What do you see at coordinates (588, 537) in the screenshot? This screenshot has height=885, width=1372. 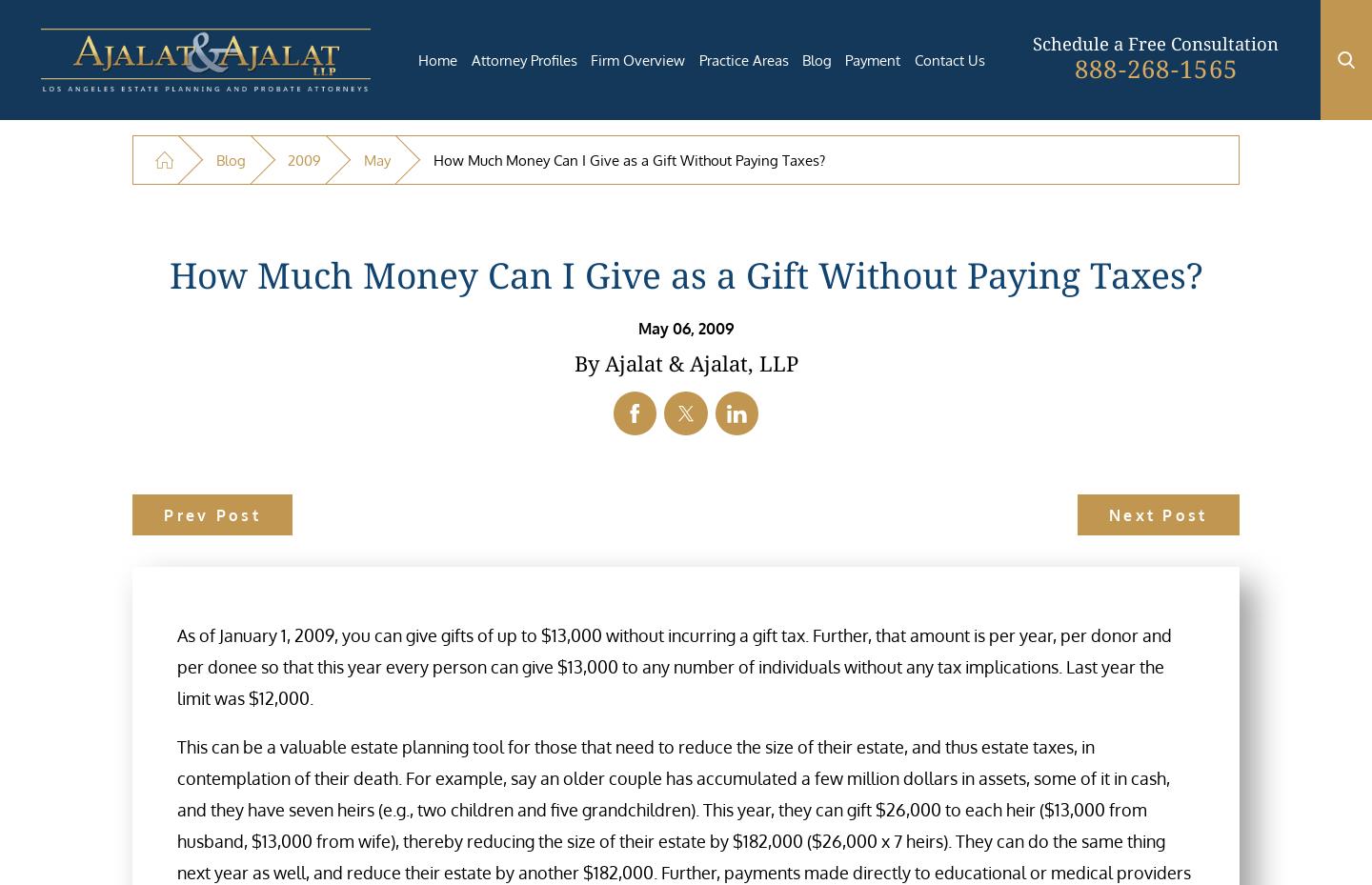 I see `'330 N. Brand Blvd.'` at bounding box center [588, 537].